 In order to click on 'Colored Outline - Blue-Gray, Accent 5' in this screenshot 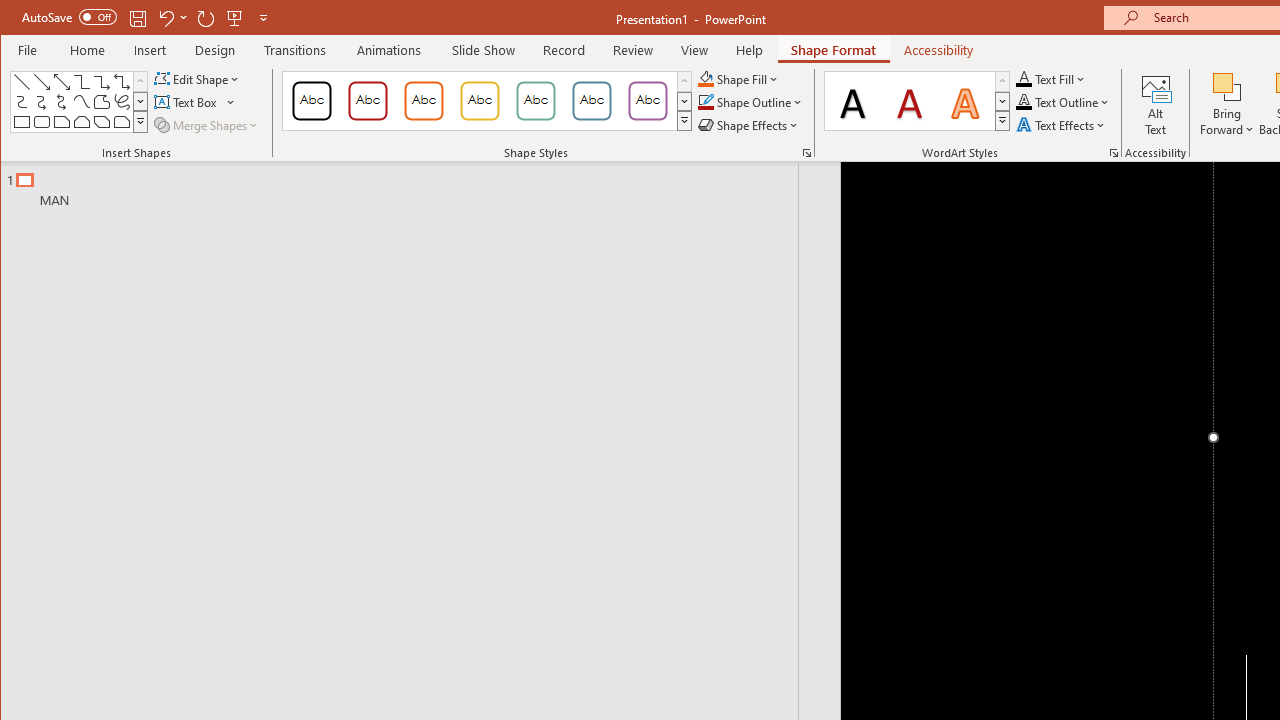, I will do `click(591, 100)`.